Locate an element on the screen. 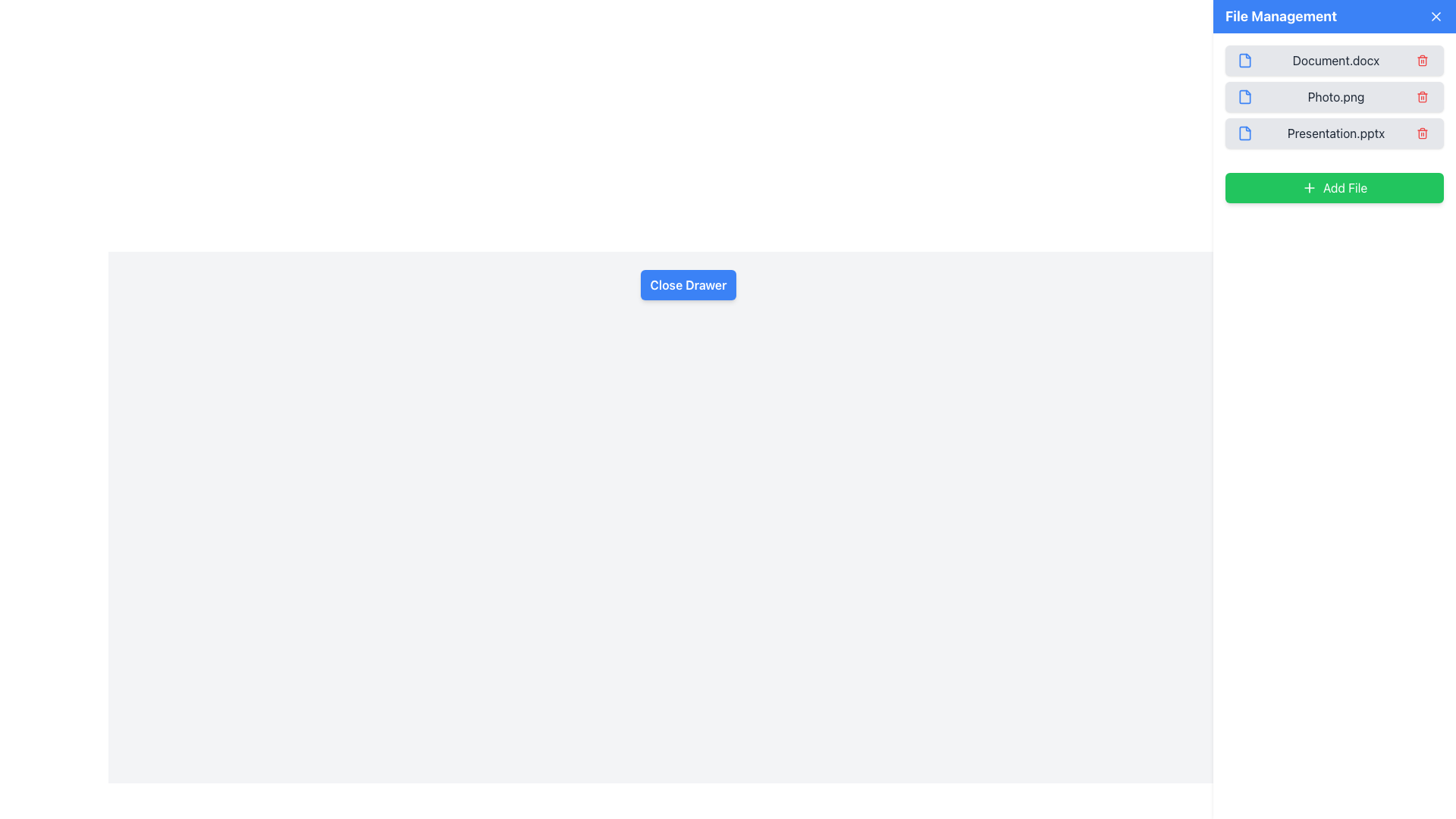 The image size is (1456, 819). the delete button icon located at the far right side of the row, which is associated with the file named 'Photo.png' is located at coordinates (1422, 96).